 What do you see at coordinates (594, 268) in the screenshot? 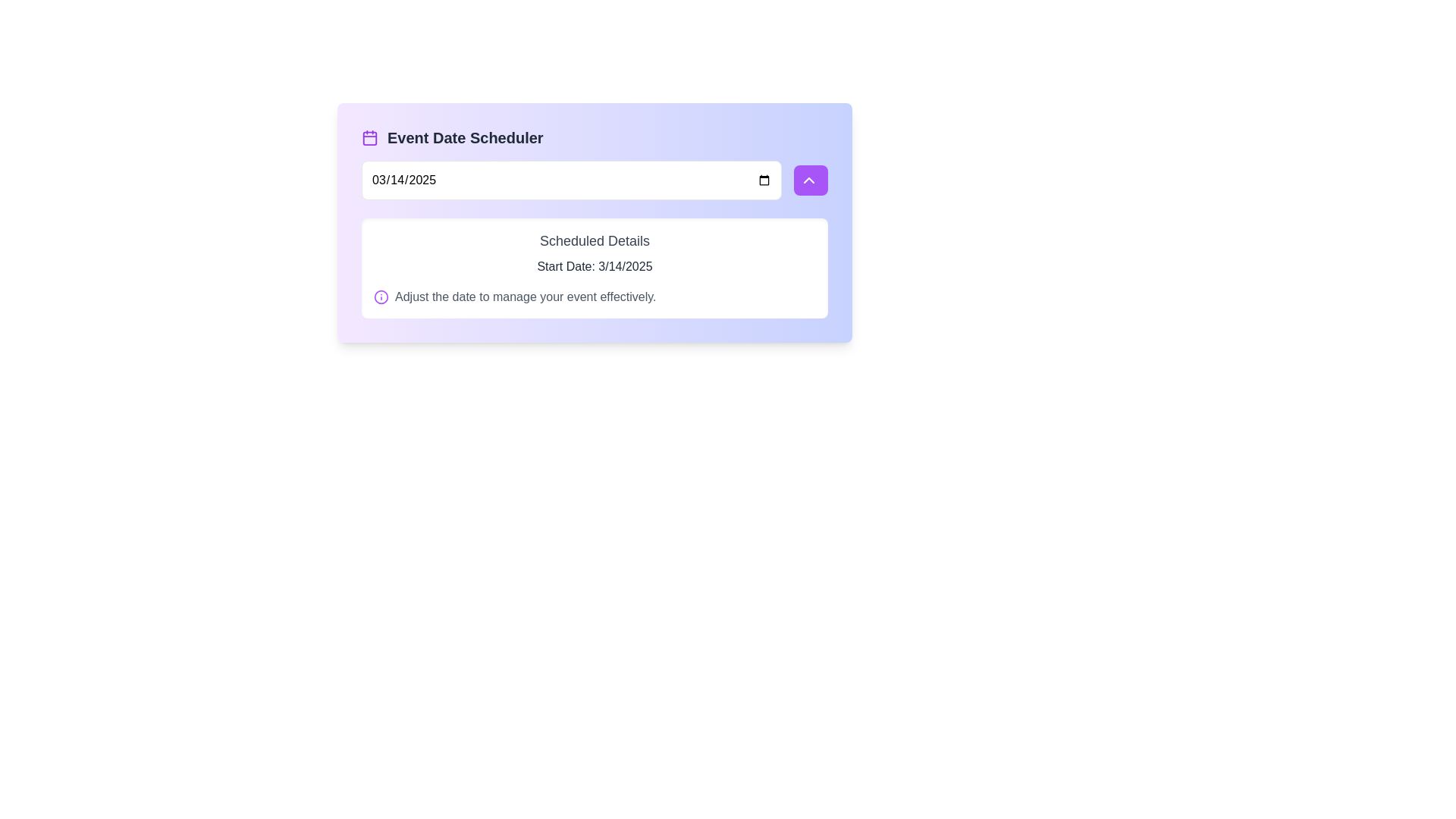
I see `the informational text box that displays event scheduling details, located centrally within the card layout, below the date input field` at bounding box center [594, 268].